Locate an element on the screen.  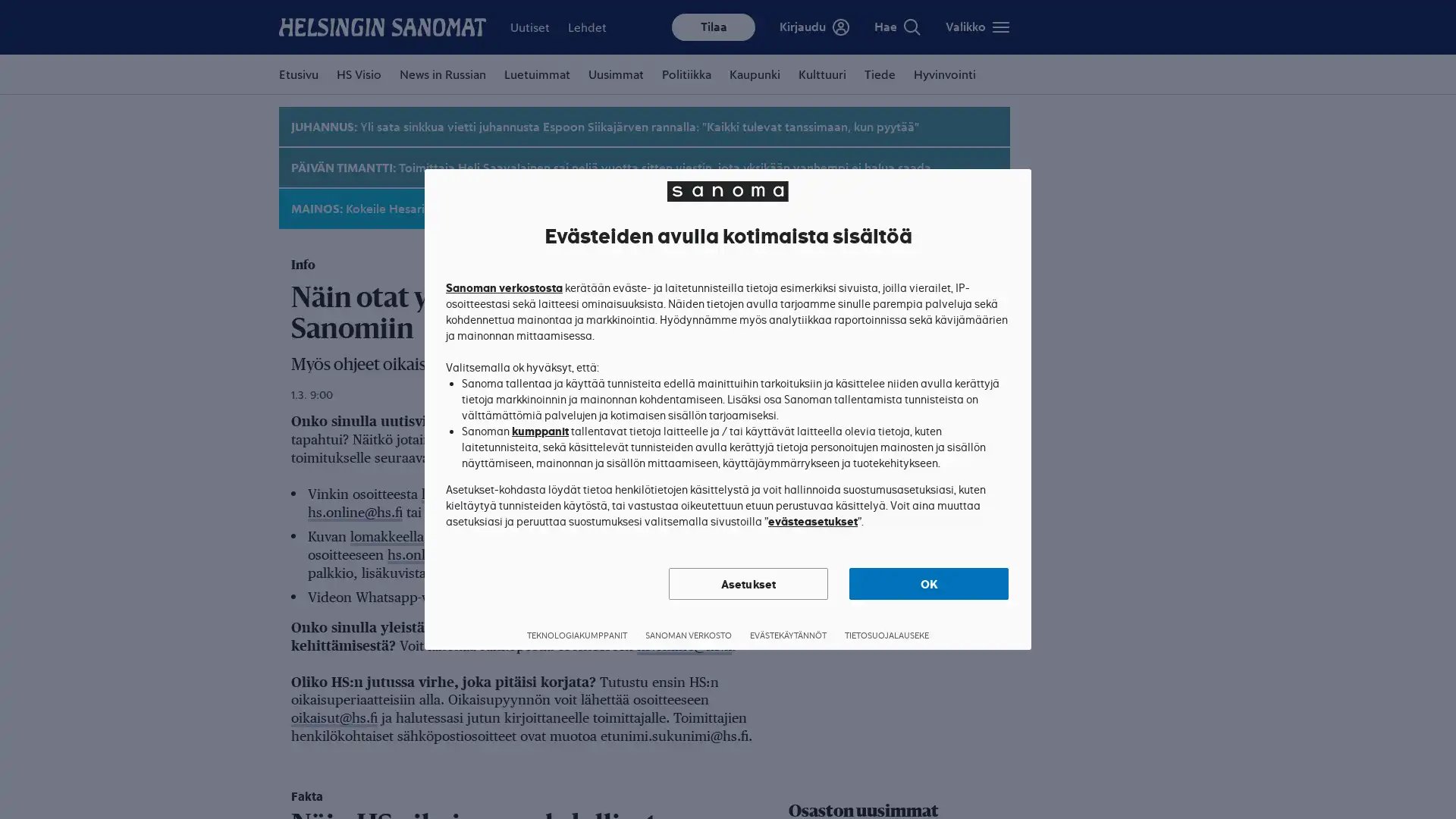
Jaa is located at coordinates (934, 24).